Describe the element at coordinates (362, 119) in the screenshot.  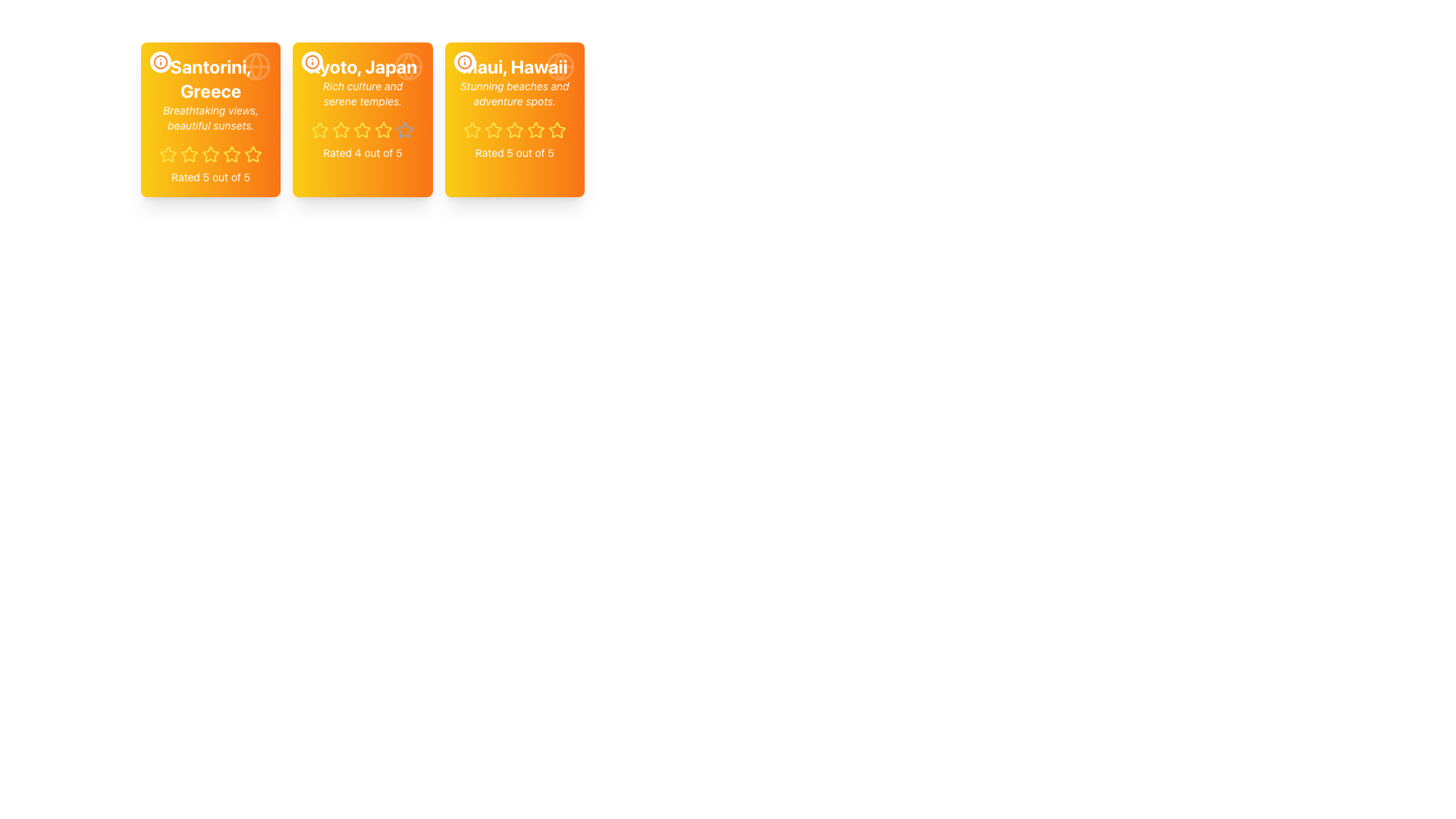
I see `the stars within the Card-like UI component to change its rating, which displays location-based information in the middle column of a three-column layout` at that location.